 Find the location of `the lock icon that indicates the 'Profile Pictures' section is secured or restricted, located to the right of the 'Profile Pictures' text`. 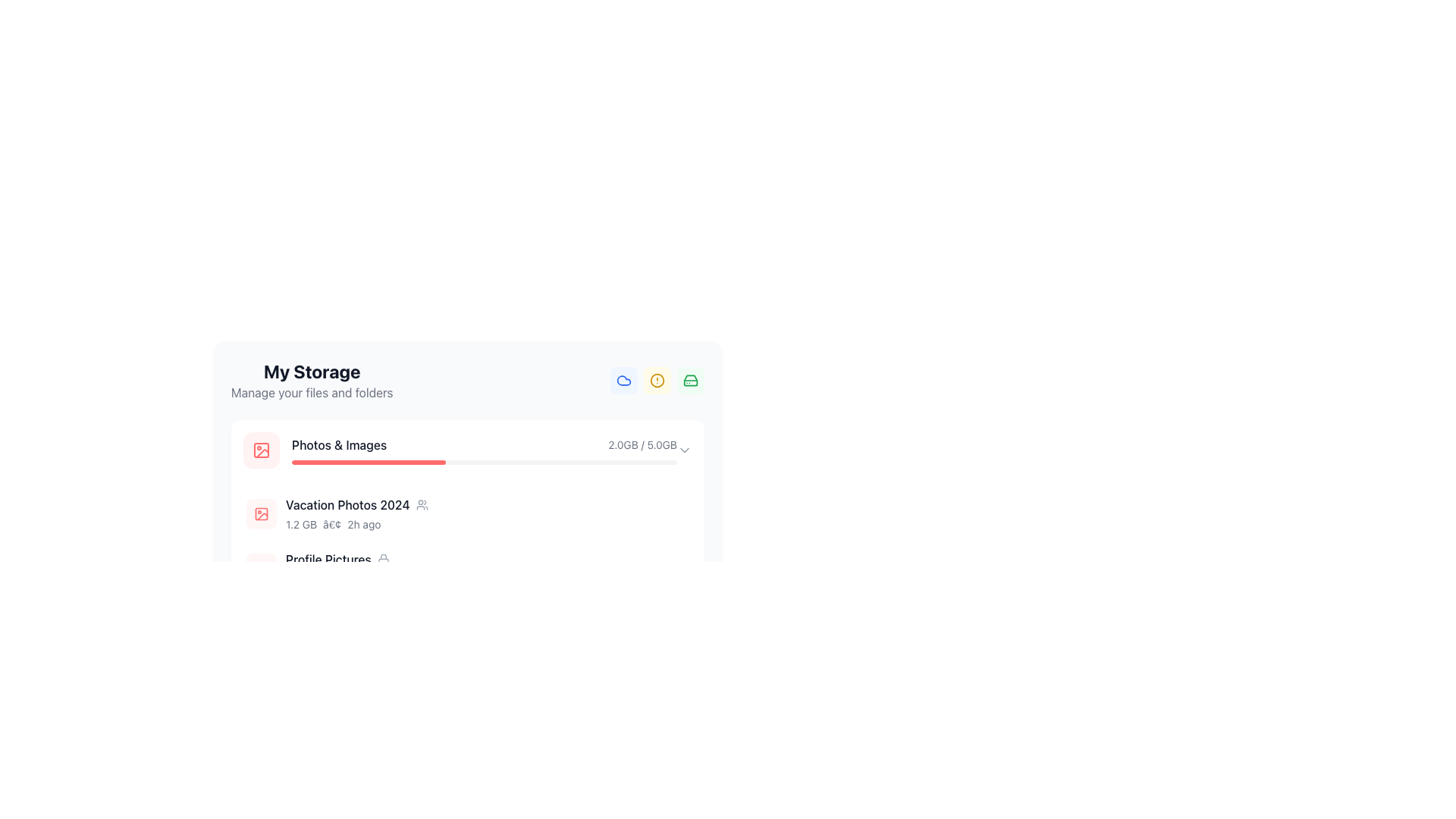

the lock icon that indicates the 'Profile Pictures' section is secured or restricted, located to the right of the 'Profile Pictures' text is located at coordinates (383, 559).